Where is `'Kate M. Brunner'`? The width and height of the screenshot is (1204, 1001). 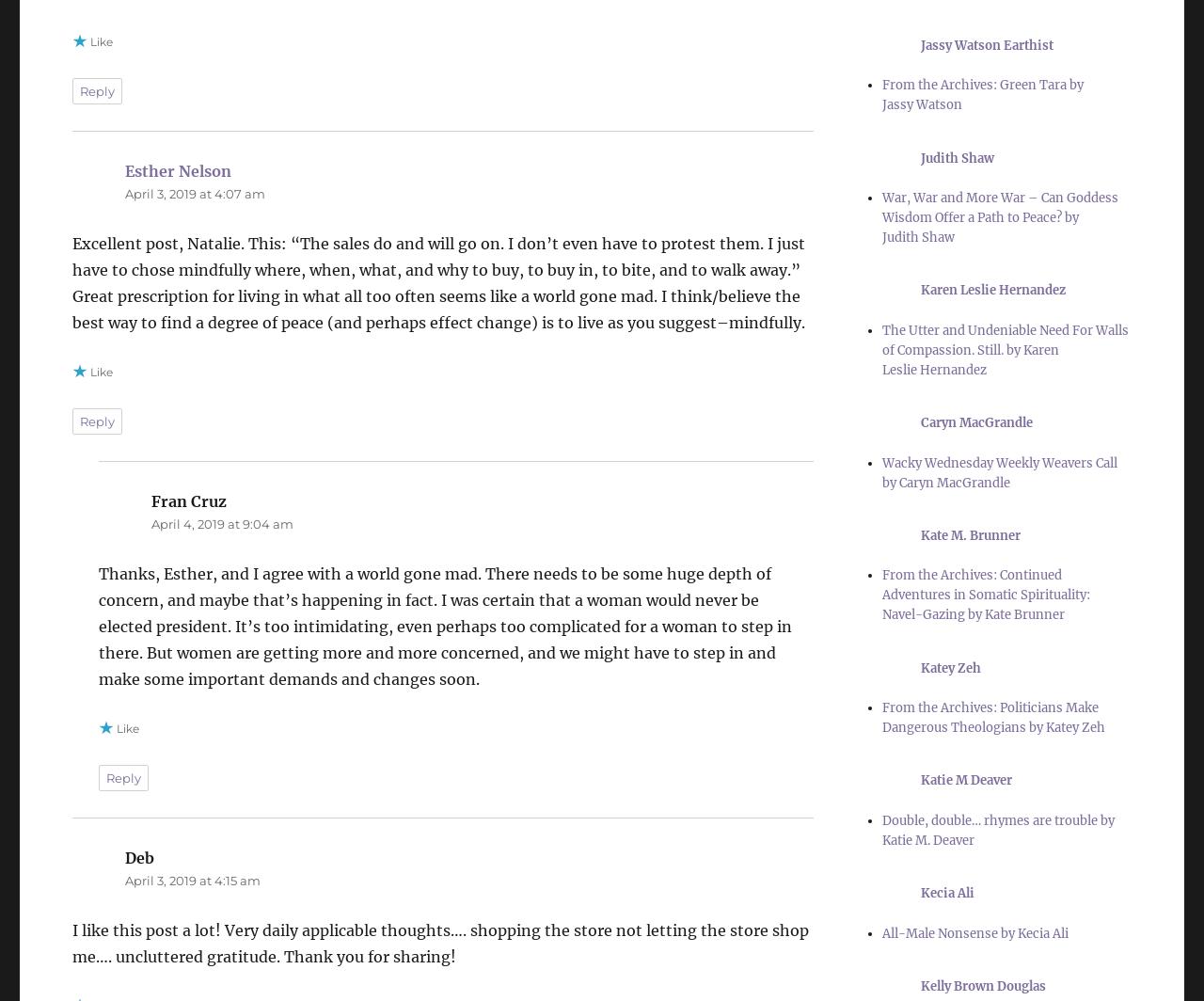
'Kate M. Brunner' is located at coordinates (971, 534).